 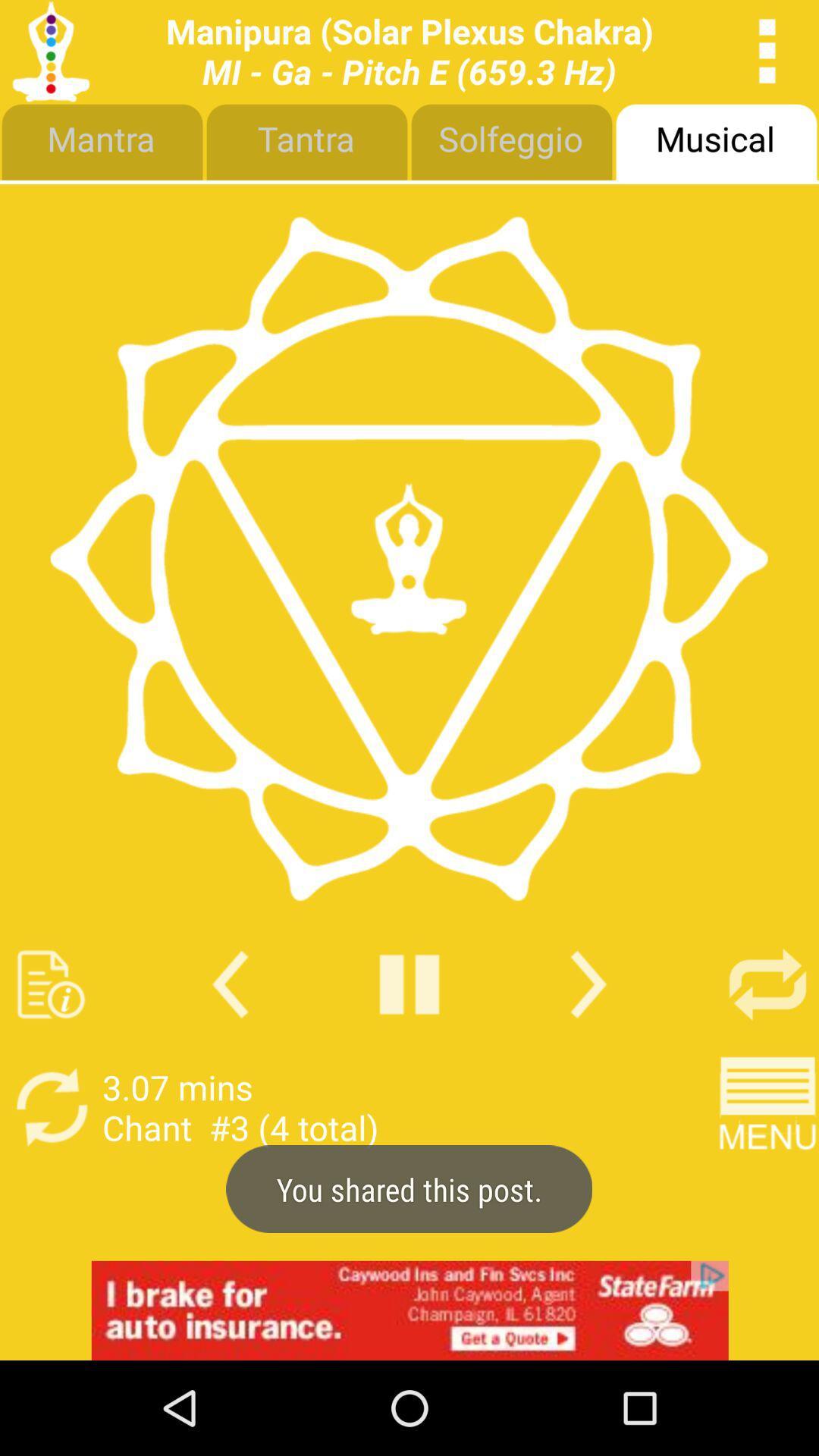 I want to click on the arrow_forward icon, so click(x=588, y=1053).